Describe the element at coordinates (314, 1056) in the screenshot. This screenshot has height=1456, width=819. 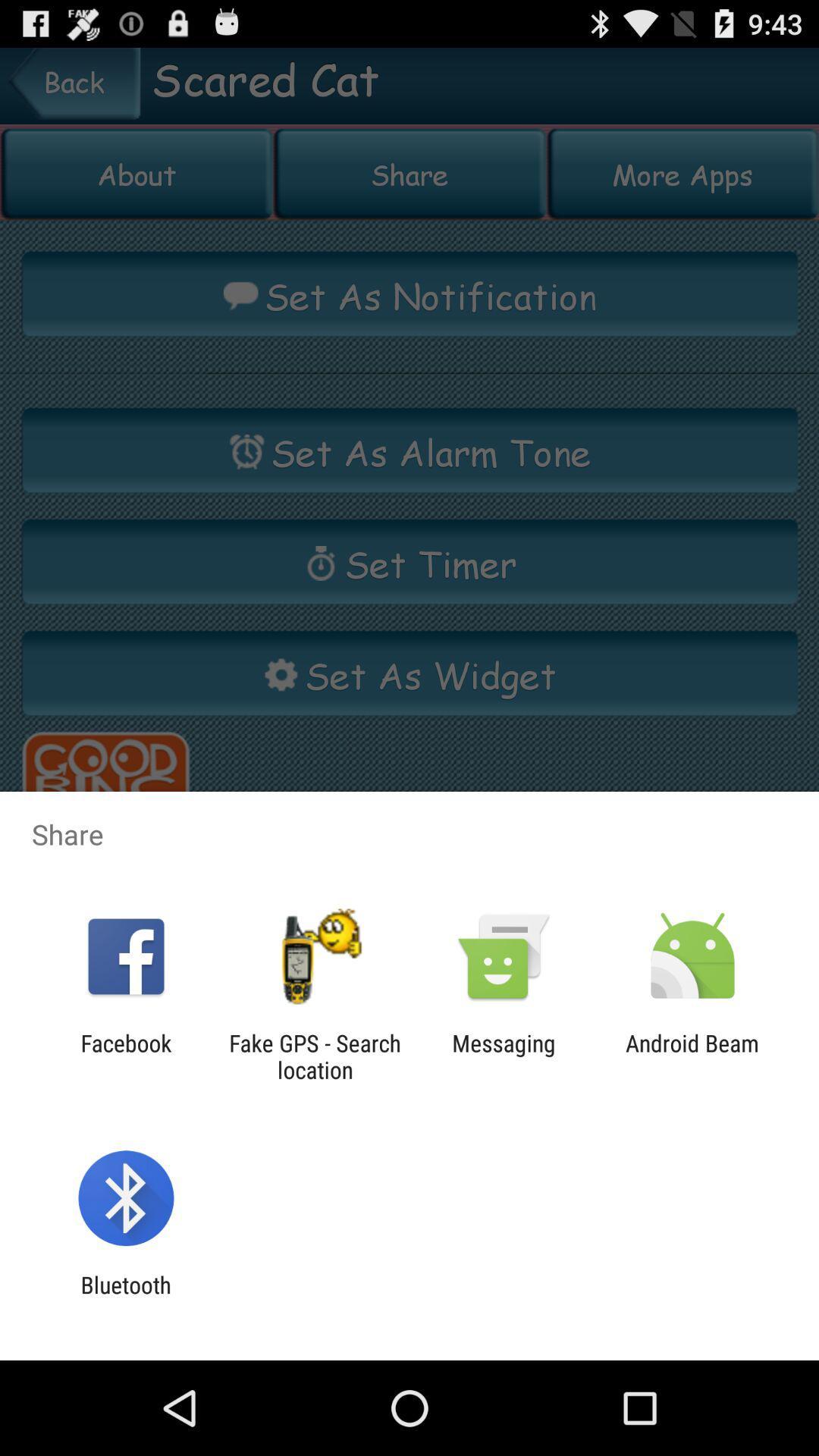
I see `fake gps search item` at that location.